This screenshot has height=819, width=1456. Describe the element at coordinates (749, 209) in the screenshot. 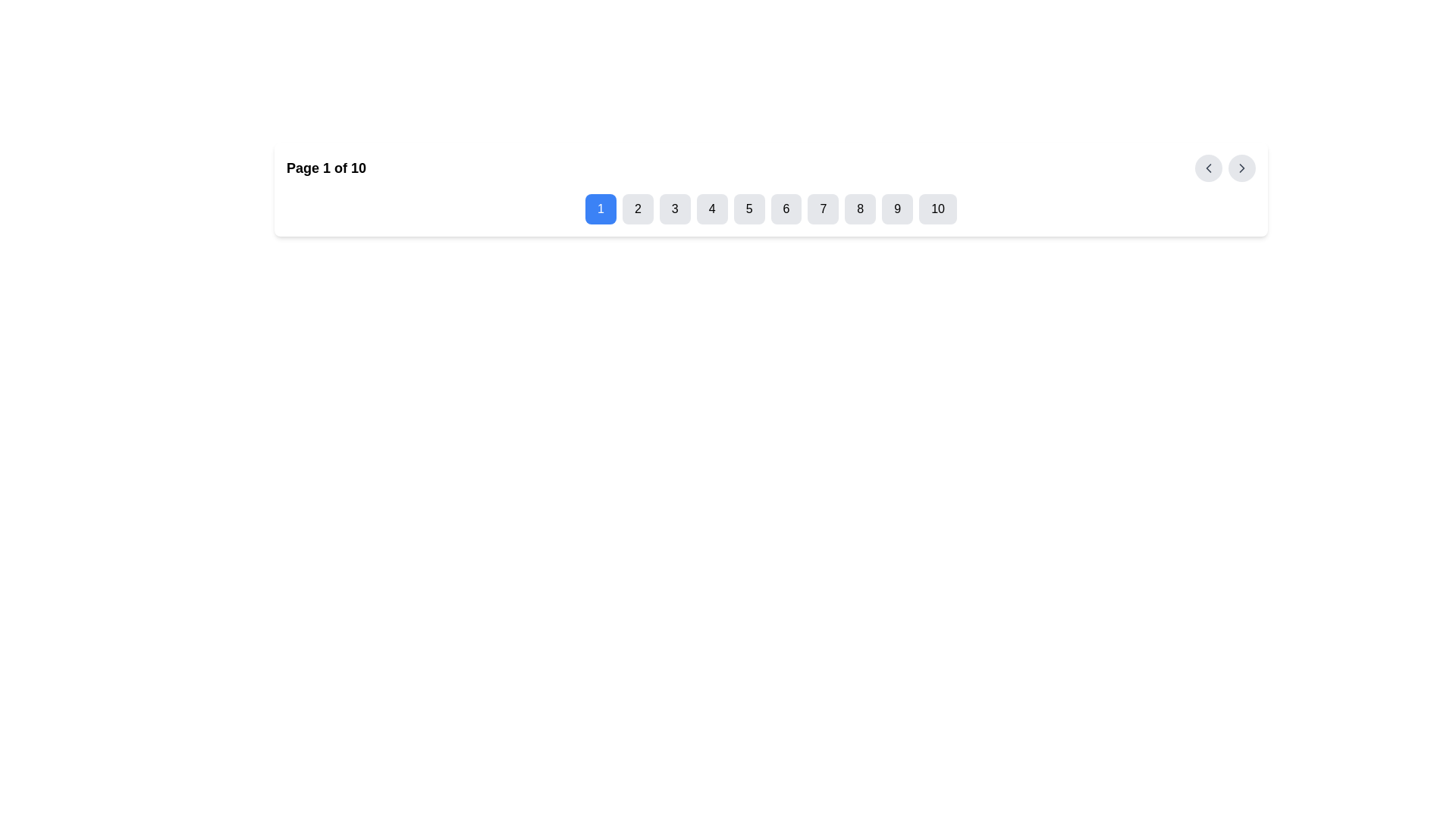

I see `the rounded rectangular button labeled '5' with a light gray background` at that location.